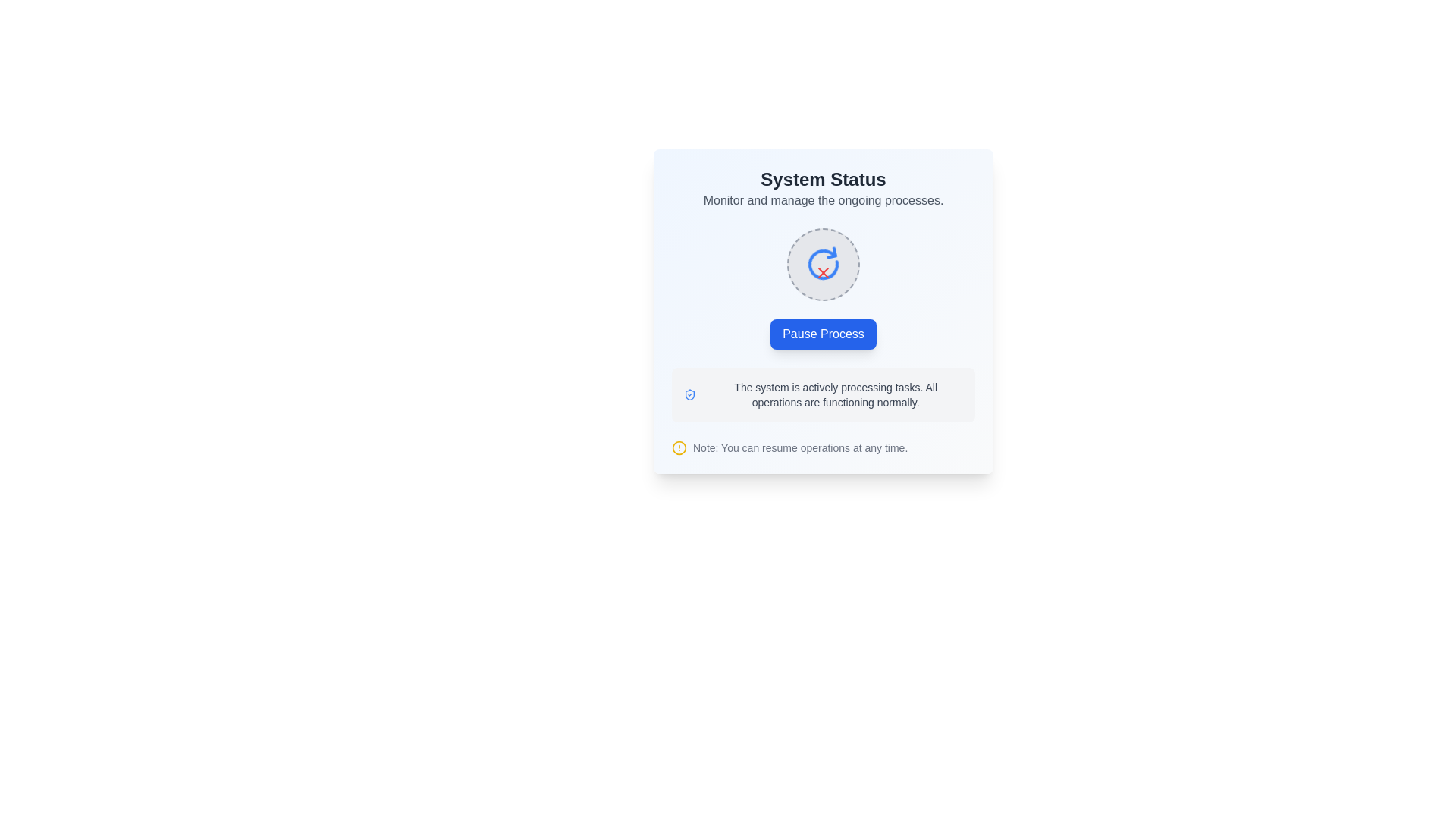 The image size is (1456, 819). Describe the element at coordinates (835, 394) in the screenshot. I see `the Text Label that provides status information about system operations to potentially trigger a tooltip` at that location.